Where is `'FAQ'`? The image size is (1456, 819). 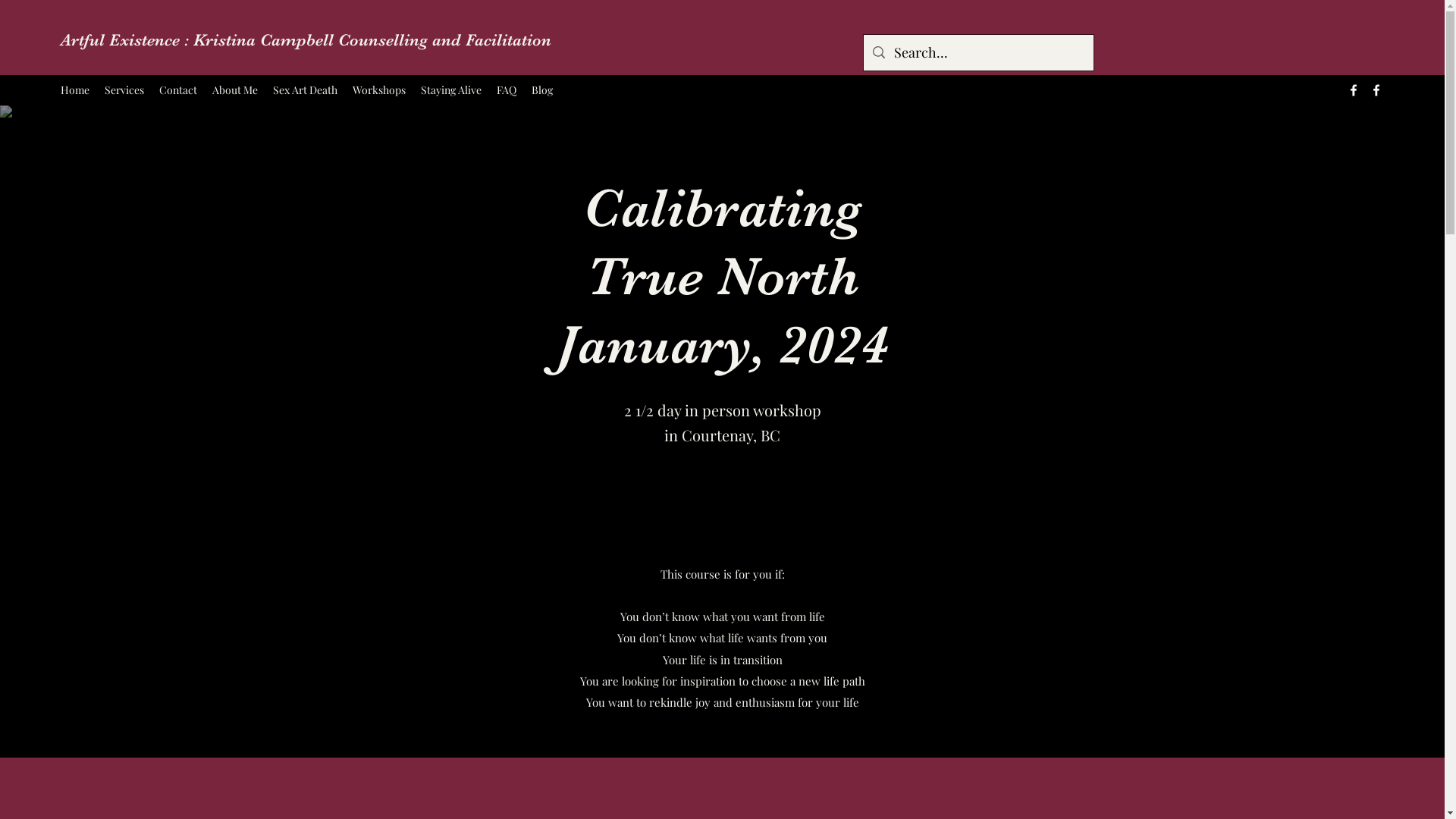
'FAQ' is located at coordinates (506, 90).